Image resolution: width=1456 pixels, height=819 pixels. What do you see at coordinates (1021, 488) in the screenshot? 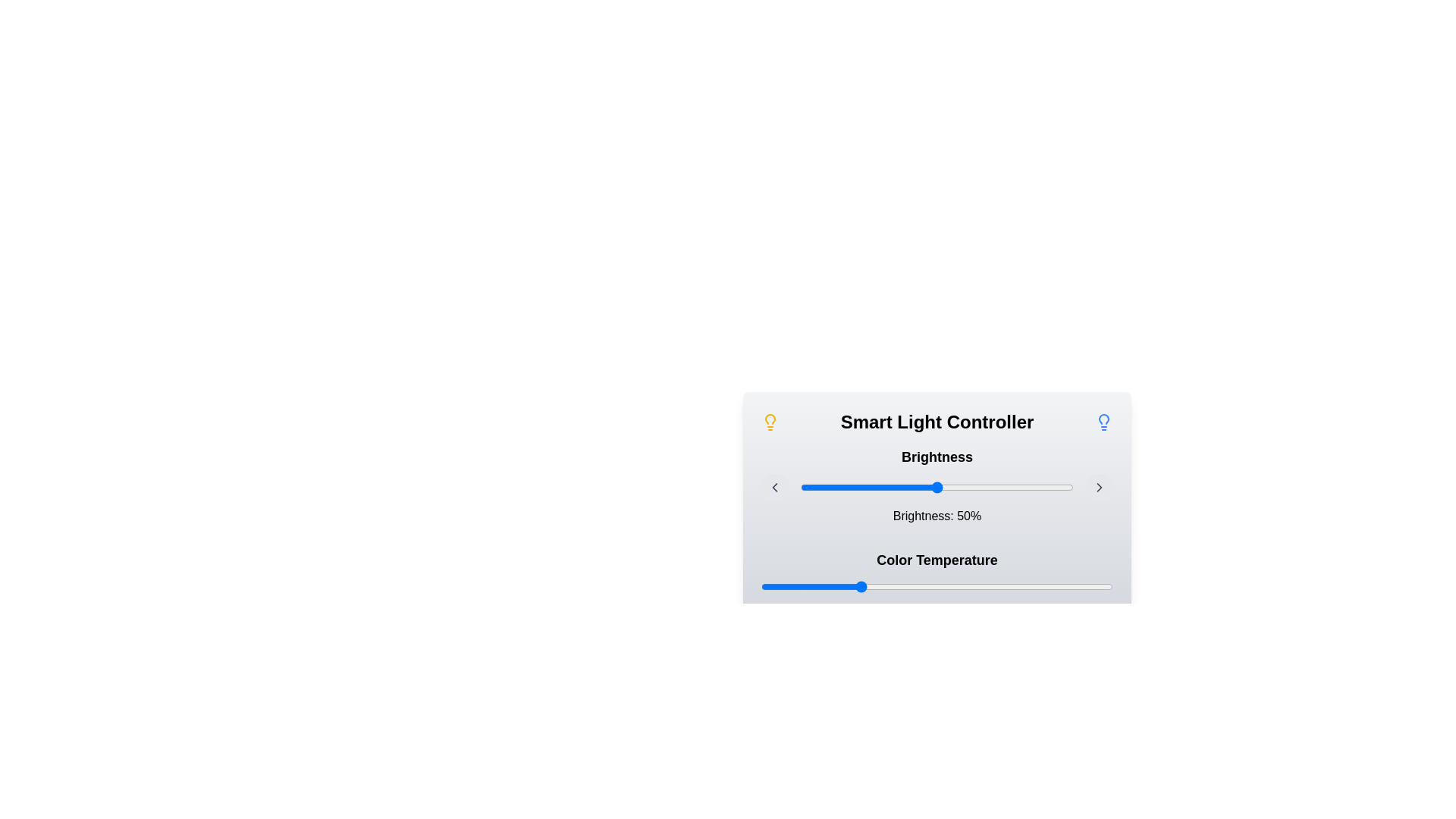
I see `the brightness` at bounding box center [1021, 488].